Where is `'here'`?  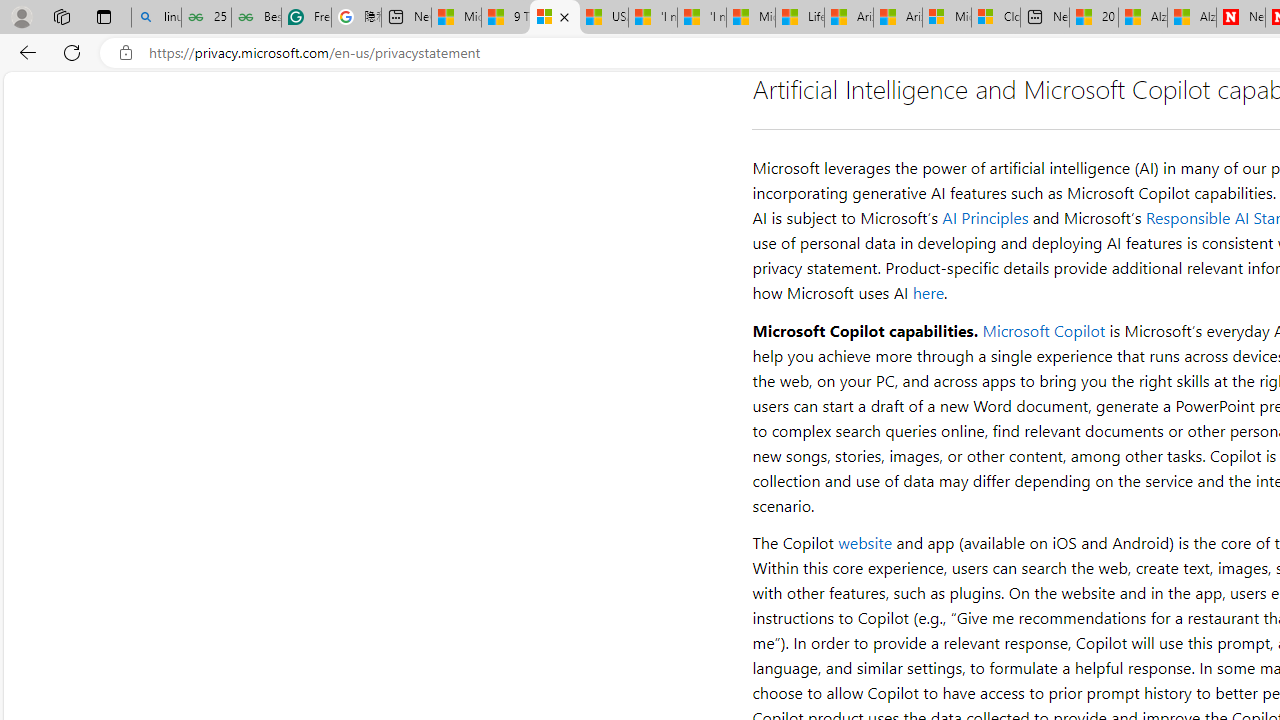 'here' is located at coordinates (927, 293).